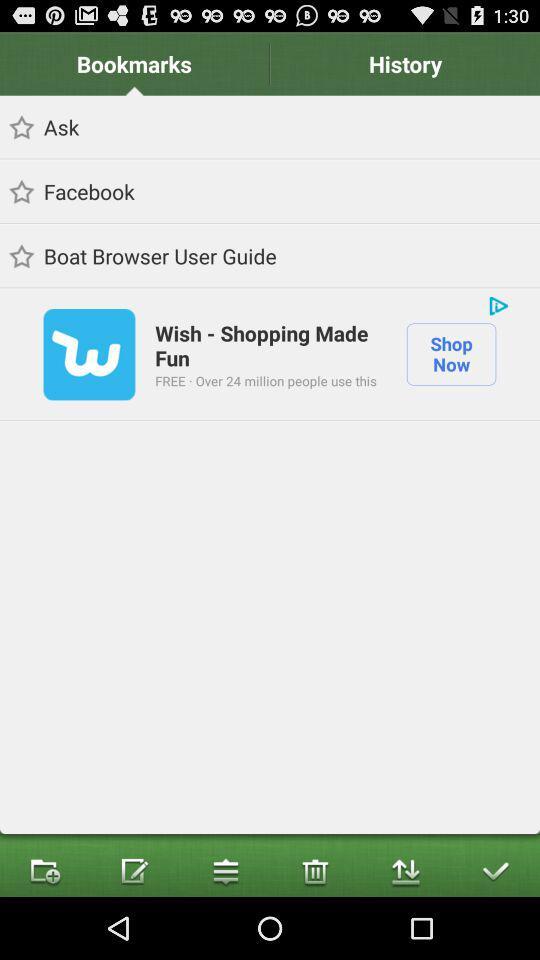 The image size is (540, 960). Describe the element at coordinates (135, 931) in the screenshot. I see `the flash icon` at that location.